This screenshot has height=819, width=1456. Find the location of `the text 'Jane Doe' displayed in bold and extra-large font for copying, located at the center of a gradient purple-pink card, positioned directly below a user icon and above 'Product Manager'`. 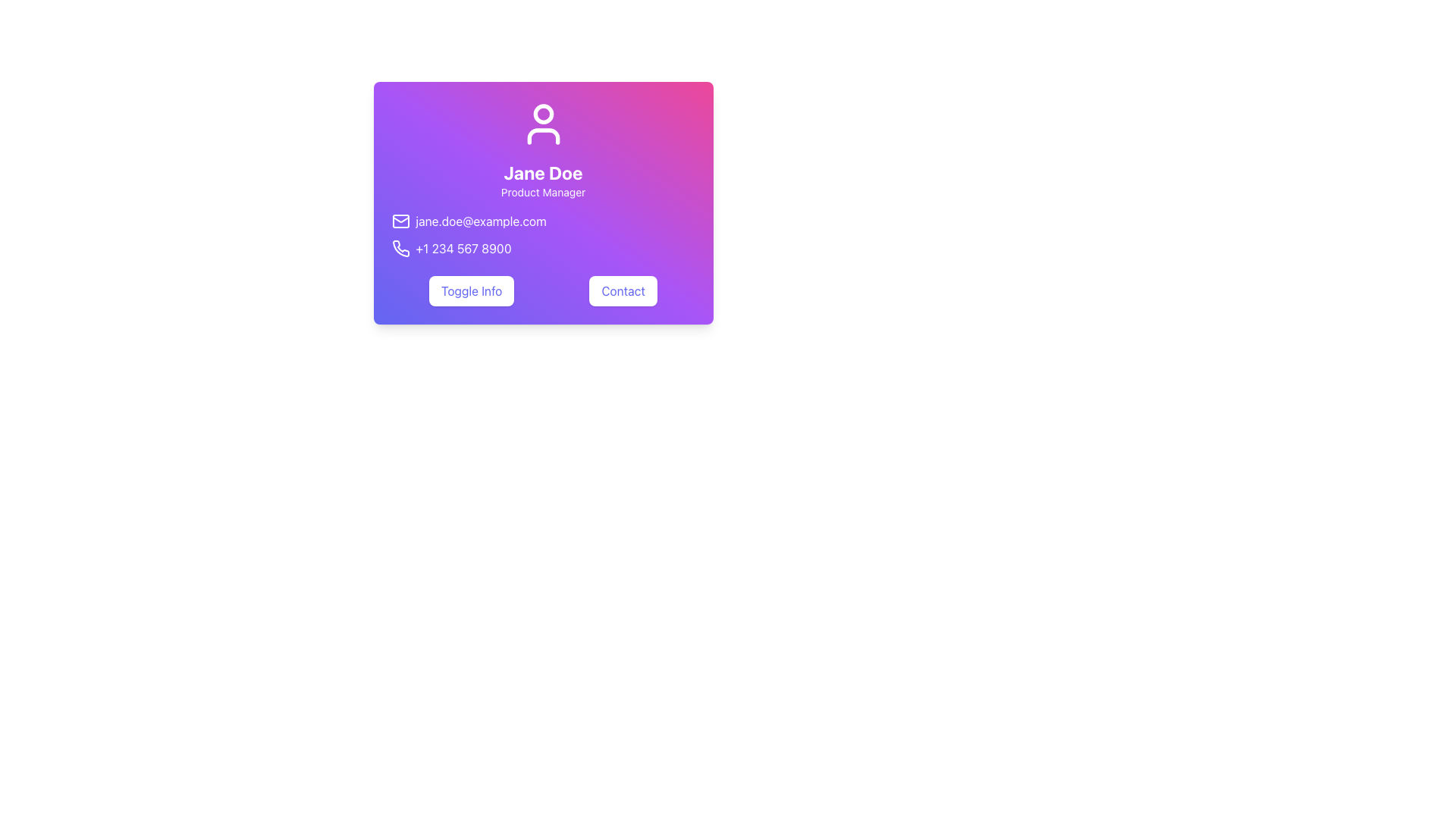

the text 'Jane Doe' displayed in bold and extra-large font for copying, located at the center of a gradient purple-pink card, positioned directly below a user icon and above 'Product Manager' is located at coordinates (543, 171).